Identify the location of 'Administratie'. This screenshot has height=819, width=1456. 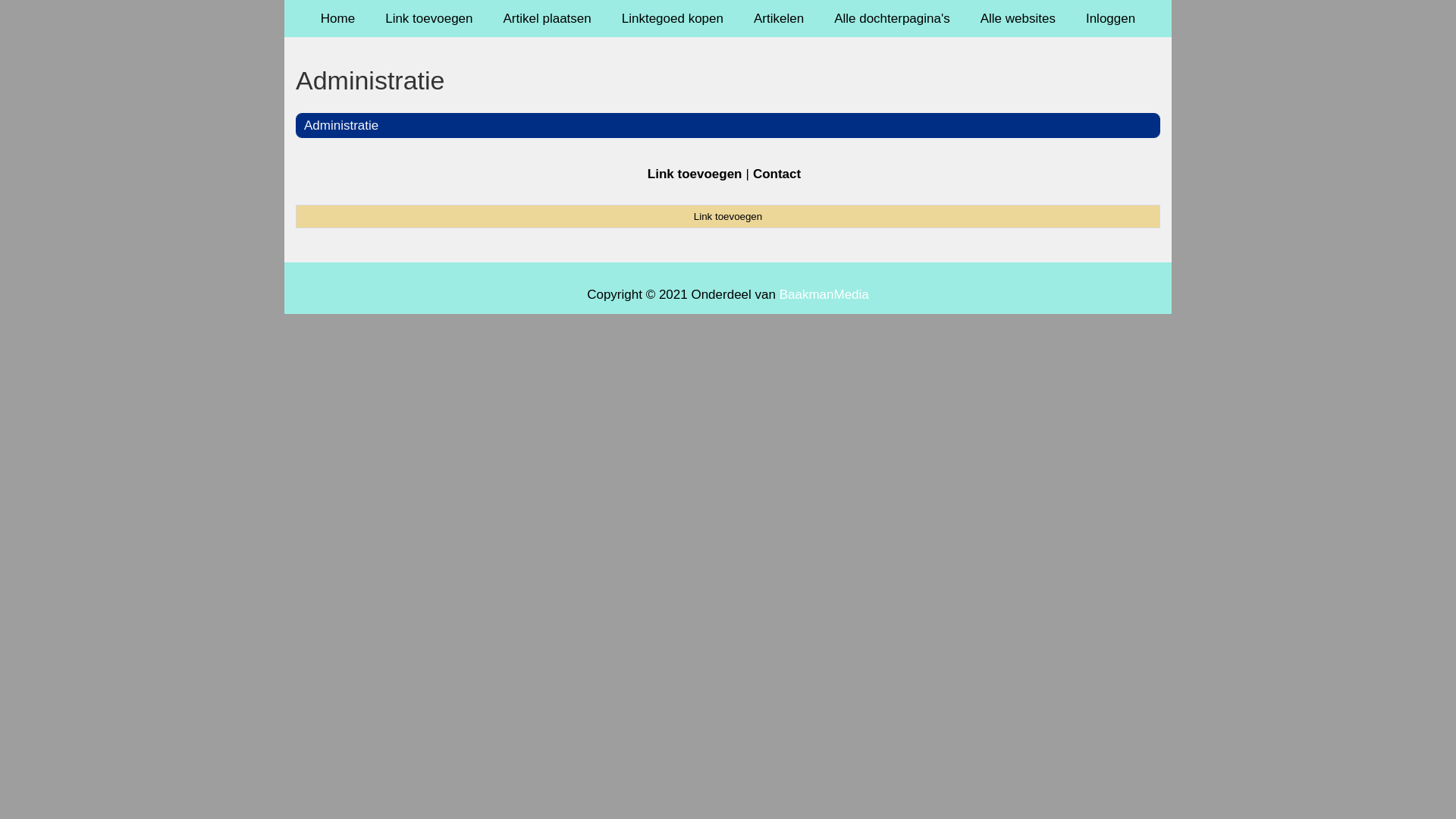
(340, 124).